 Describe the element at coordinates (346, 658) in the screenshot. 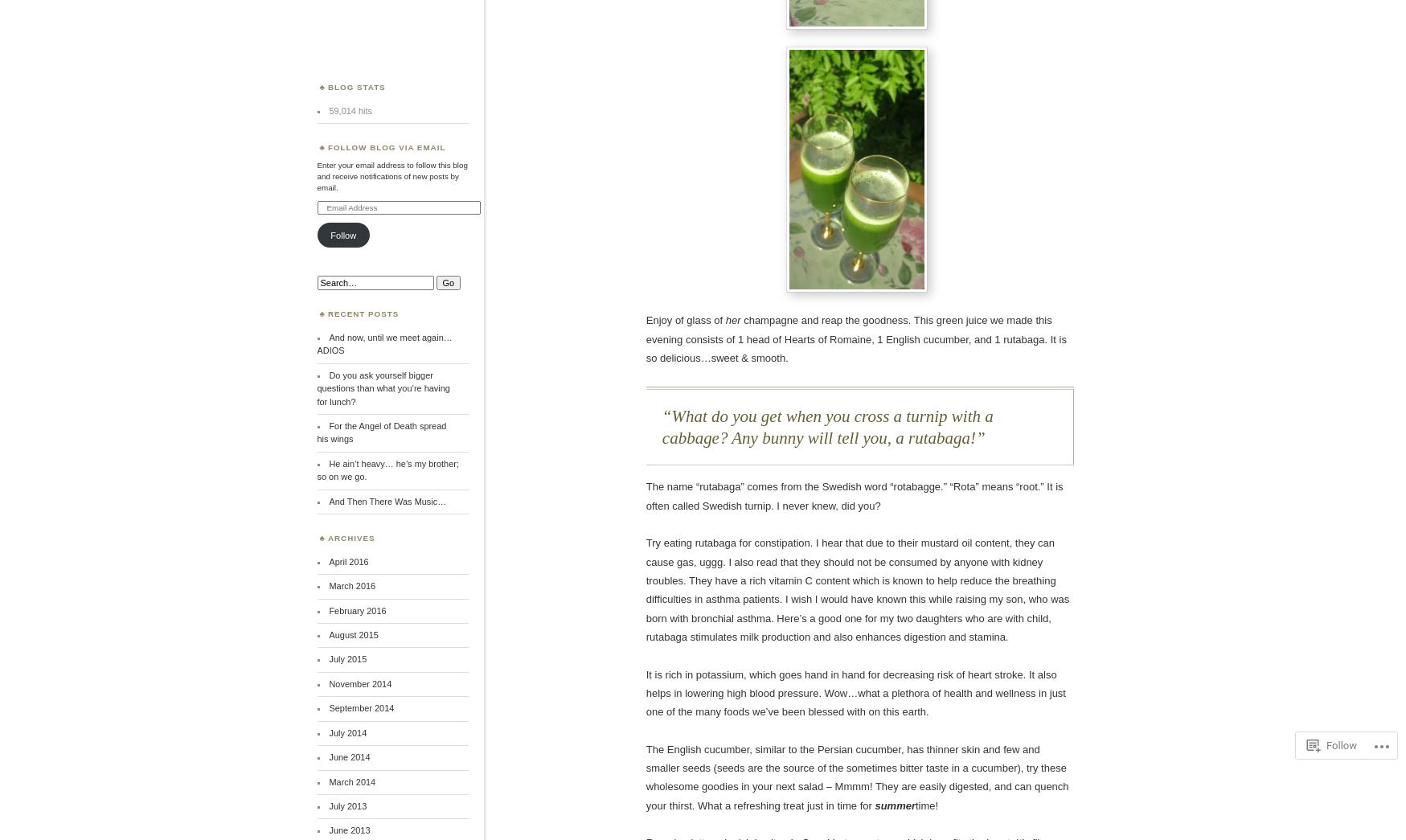

I see `'July 2015'` at that location.